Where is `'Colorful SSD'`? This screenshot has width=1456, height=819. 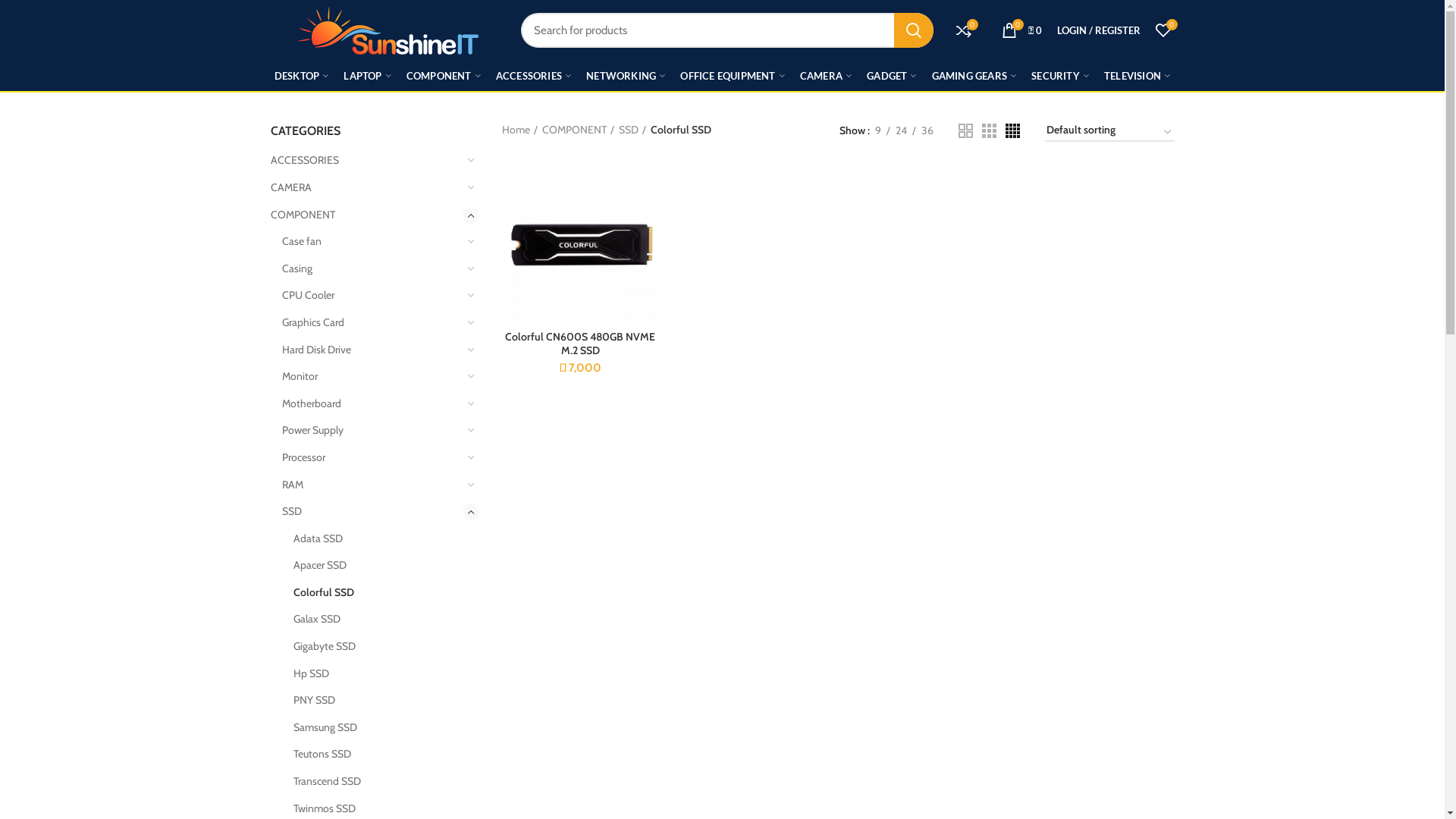
'Colorful SSD' is located at coordinates (292, 592).